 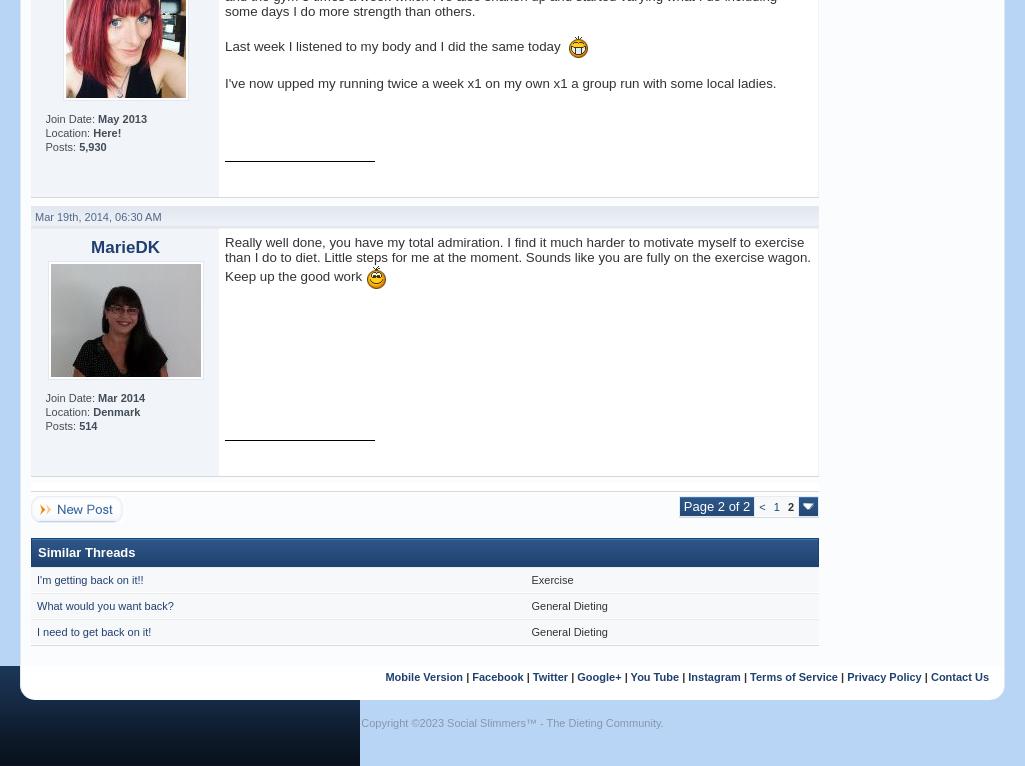 What do you see at coordinates (549, 676) in the screenshot?
I see `'Twitter'` at bounding box center [549, 676].